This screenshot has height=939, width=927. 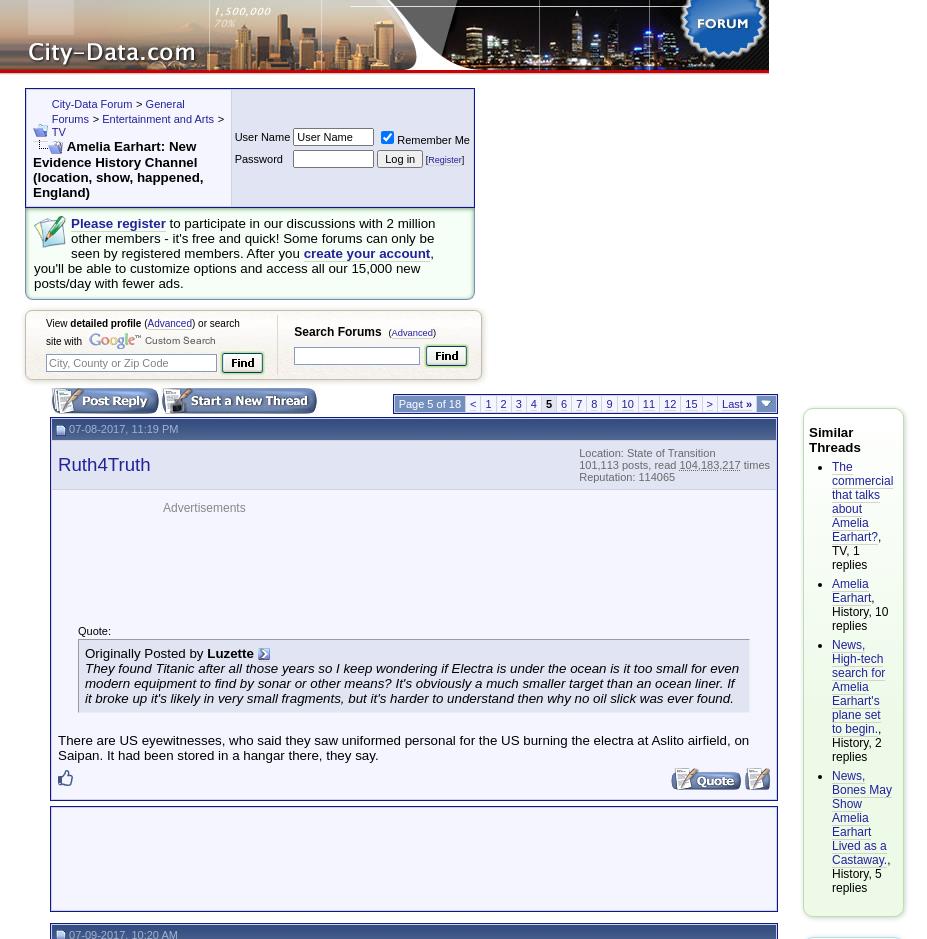 I want to click on '07-08-2017, 11:19 PM', so click(x=120, y=426).